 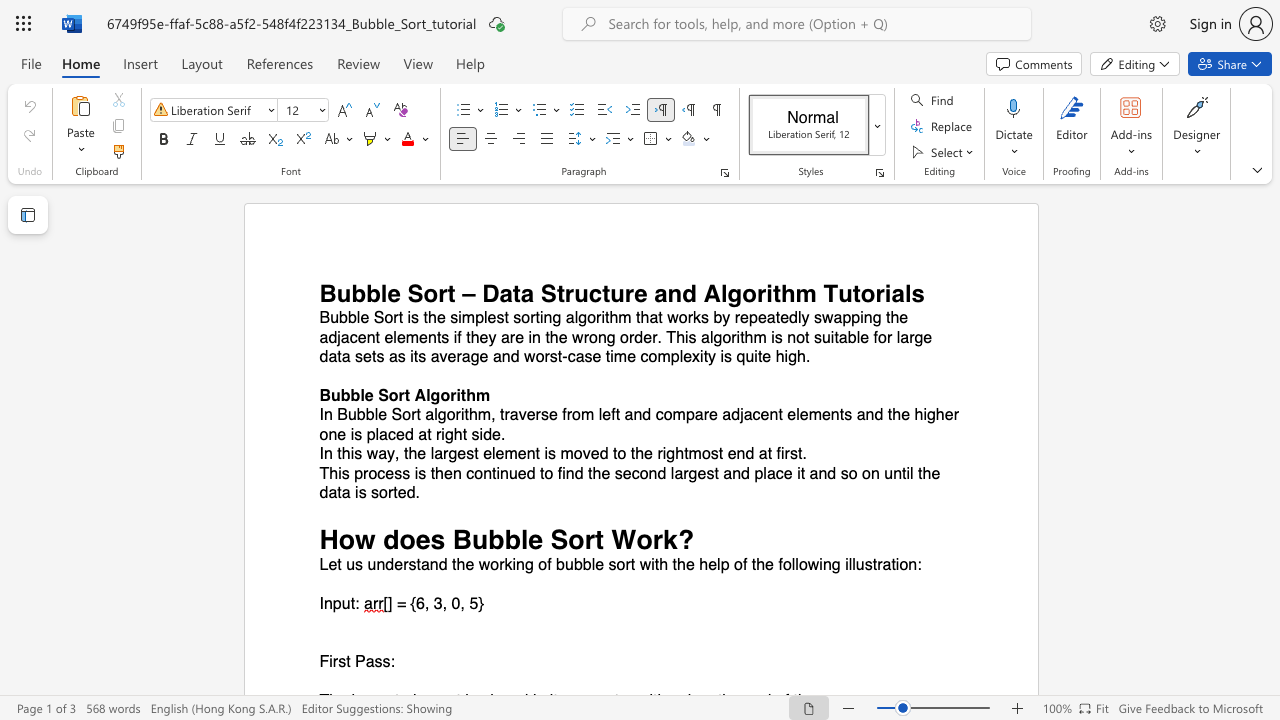 I want to click on the 1th character "o" in the text, so click(x=393, y=395).